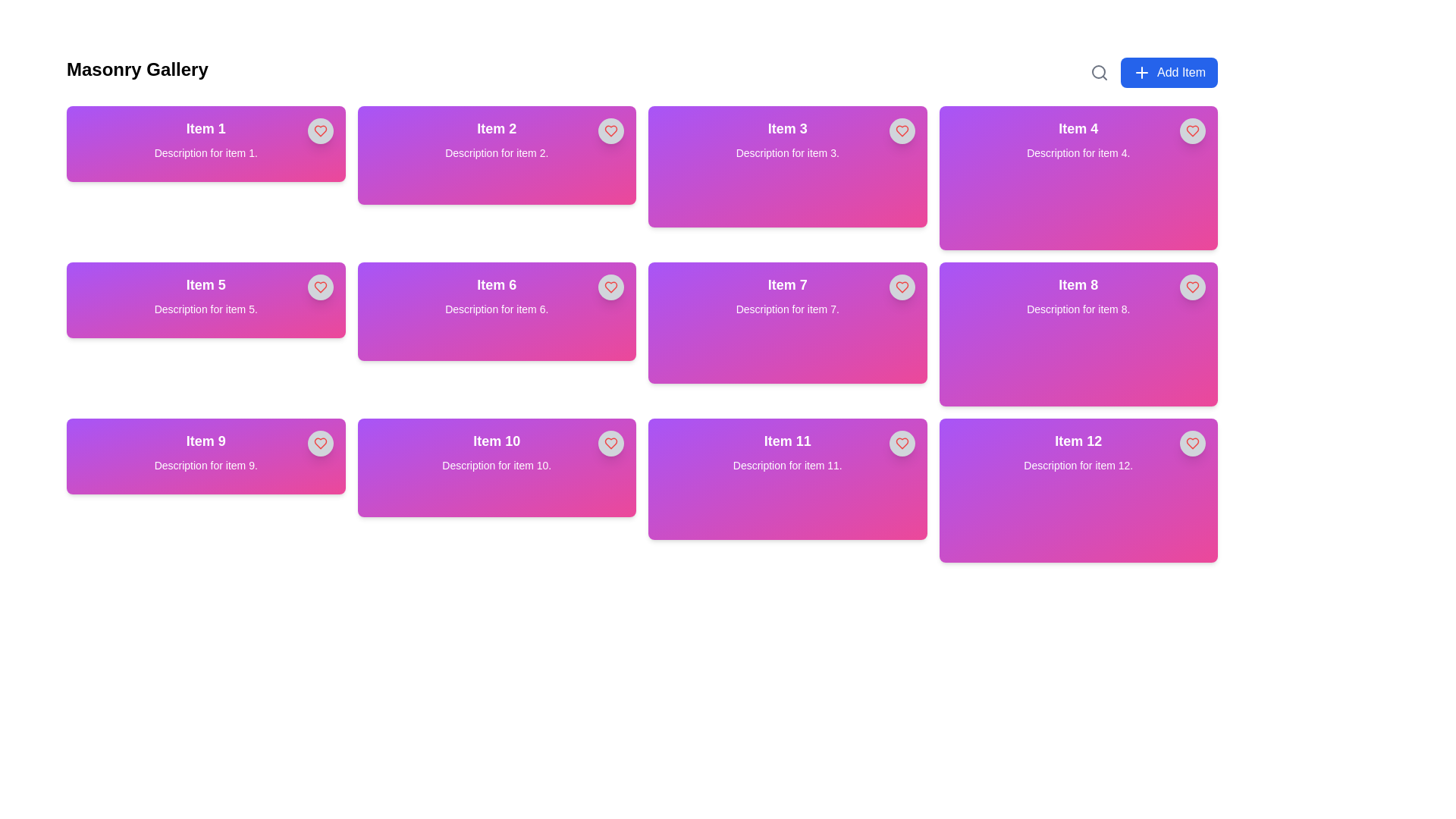  Describe the element at coordinates (1078, 441) in the screenshot. I see `text content of the title label located in the 'Item 12' card, positioned at the top left of the card in the last column of the fourth row` at that location.